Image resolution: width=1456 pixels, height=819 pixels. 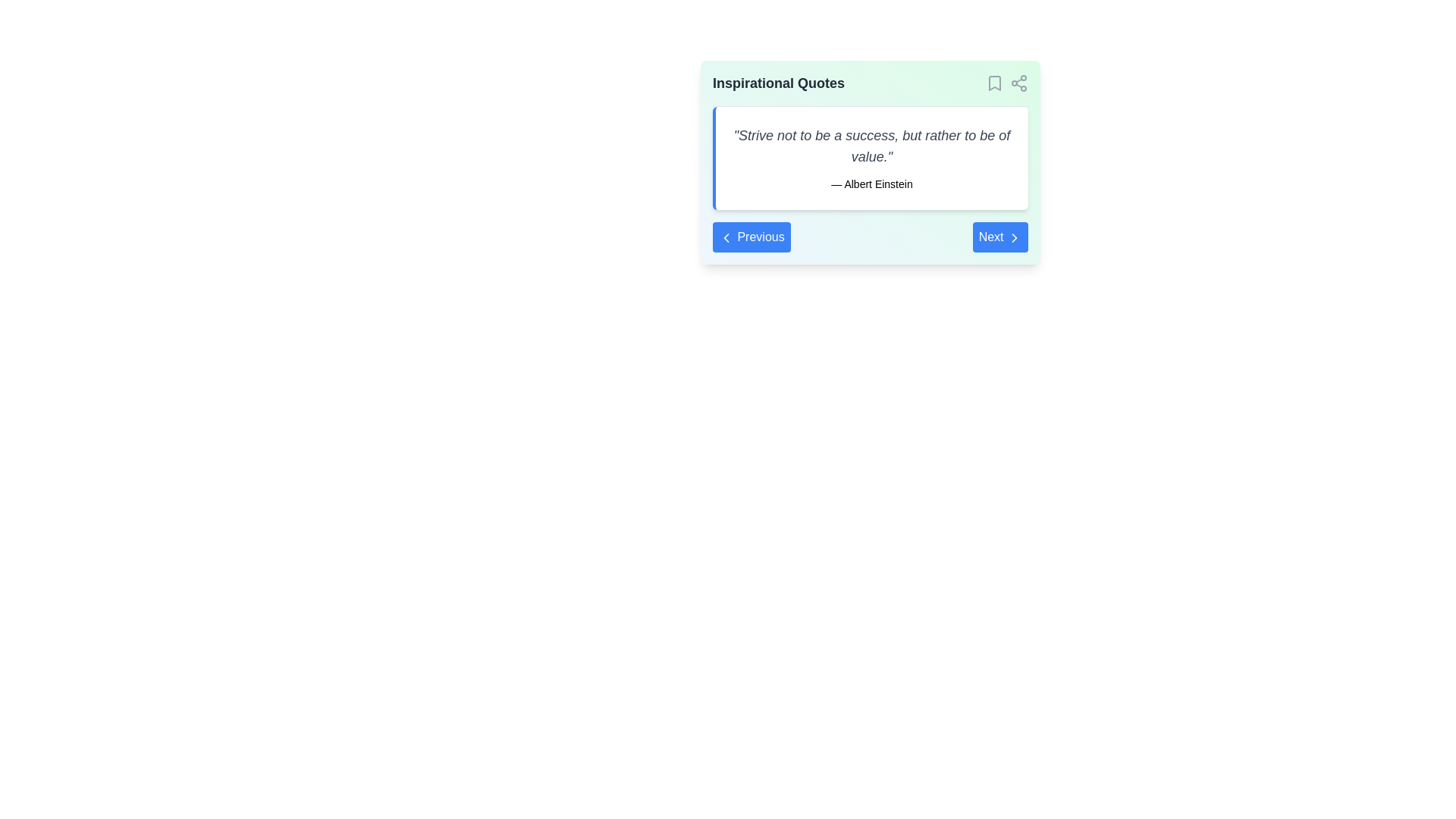 What do you see at coordinates (726, 237) in the screenshot?
I see `the 'Previous' button which contains the left-pointing chevron icon, located at the bottom-left corner of a motivational quote card` at bounding box center [726, 237].